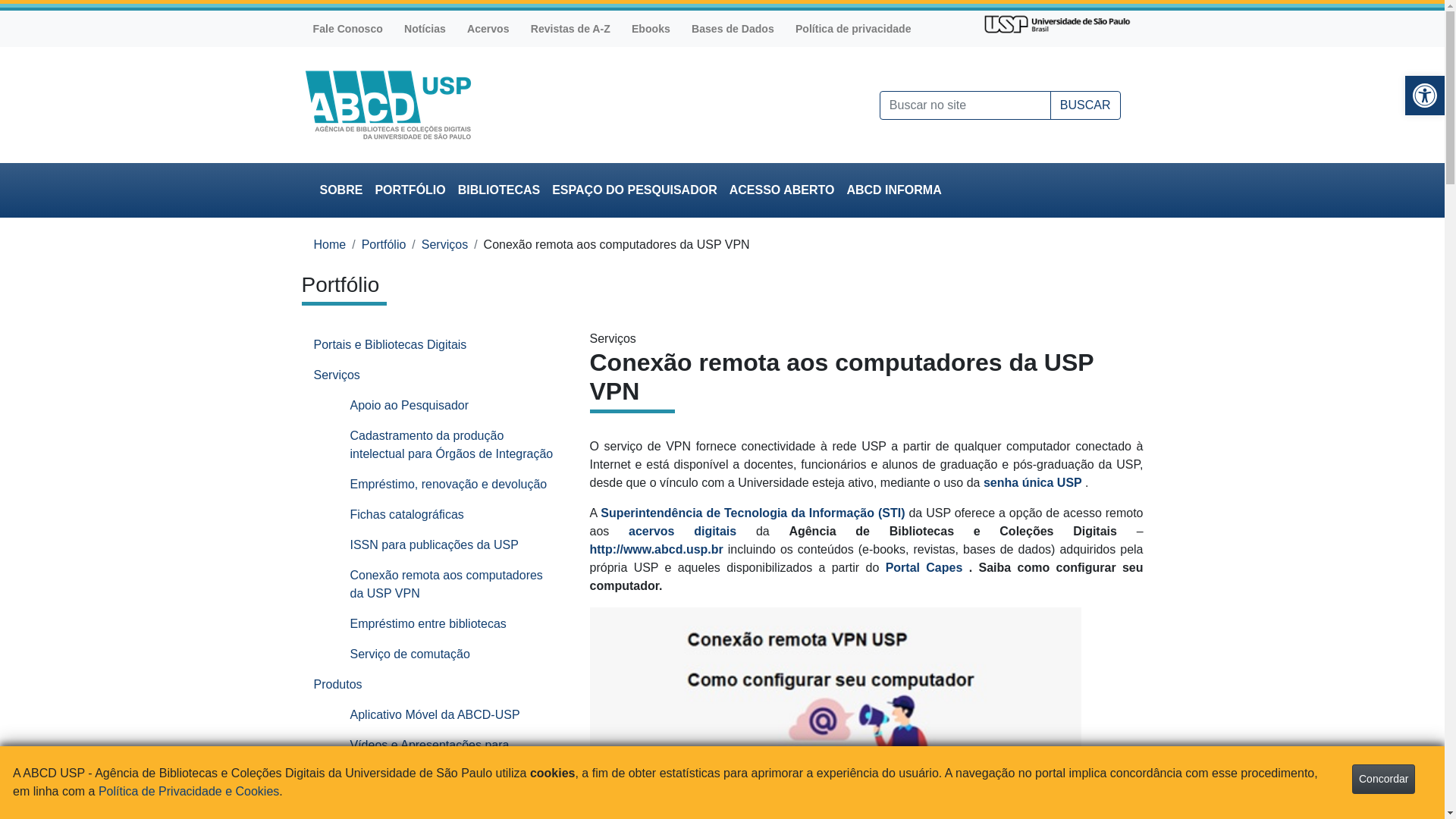  What do you see at coordinates (733, 29) in the screenshot?
I see `'Bases de Dados'` at bounding box center [733, 29].